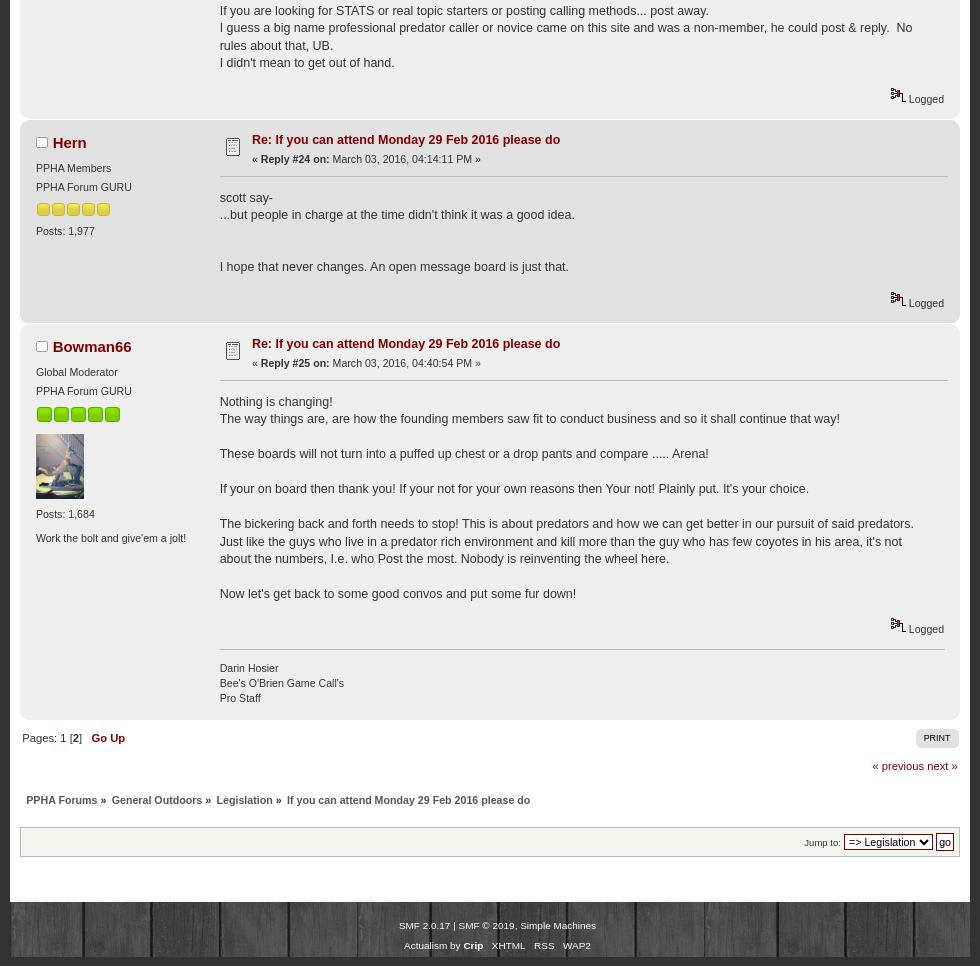  What do you see at coordinates (566, 540) in the screenshot?
I see `'The bickering back and forth needs to stop! This is about predators and how we can get better in our pursuit of said predators. Just like the guys who live in a predator rich environment and kill more than the guy who has few coyotes in his area, it's not about the numbers, I.e. who Post the most. Nobody is reinventing the wheel here.'` at bounding box center [566, 540].